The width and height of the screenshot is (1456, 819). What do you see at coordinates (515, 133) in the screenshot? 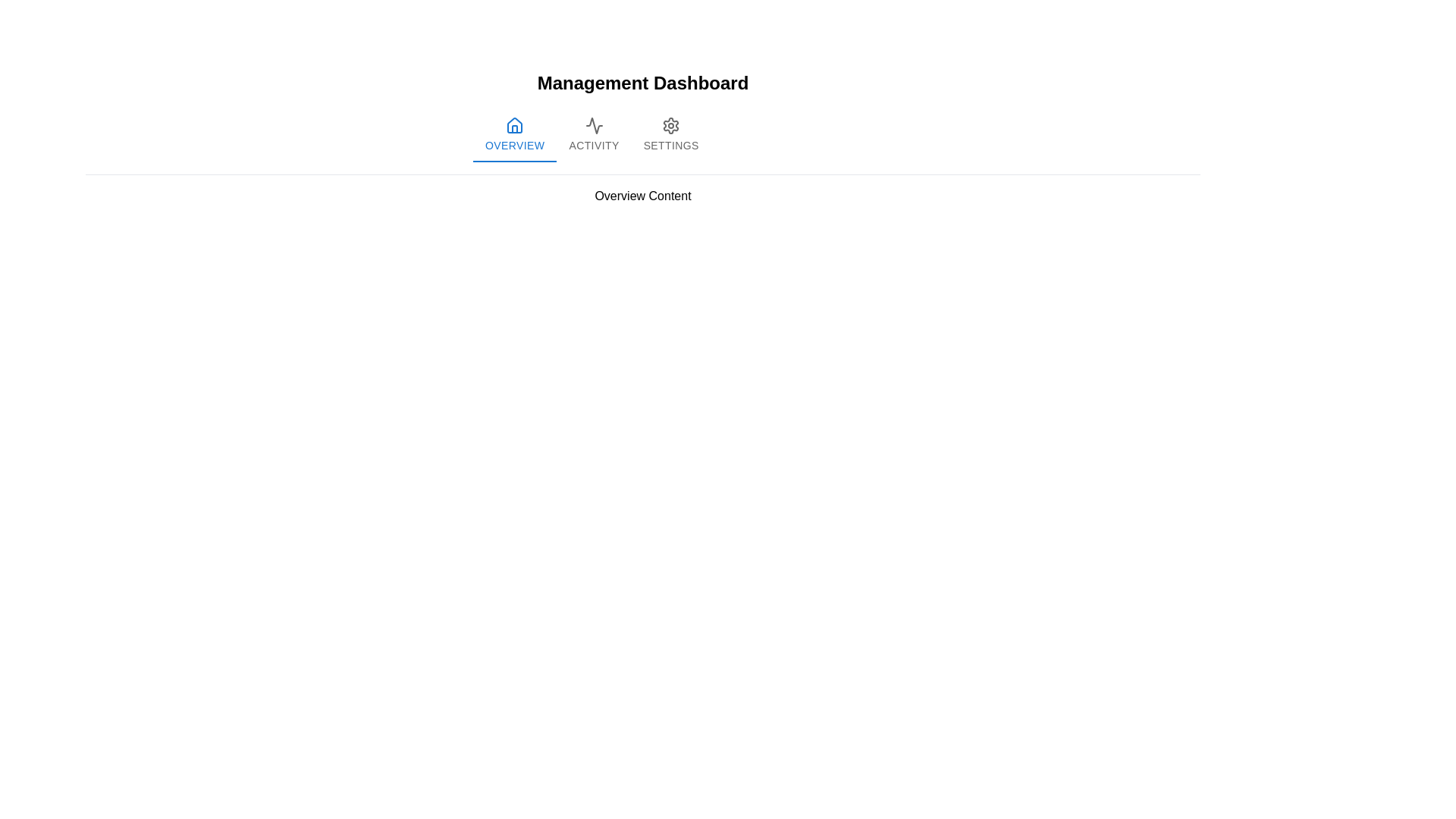
I see `the highlighted 'Overview' tab button, which is a rectangular button displaying the text 'Overview' in uppercase and a house-shaped icon above it, located at the leftmost position in the tab menu` at bounding box center [515, 133].